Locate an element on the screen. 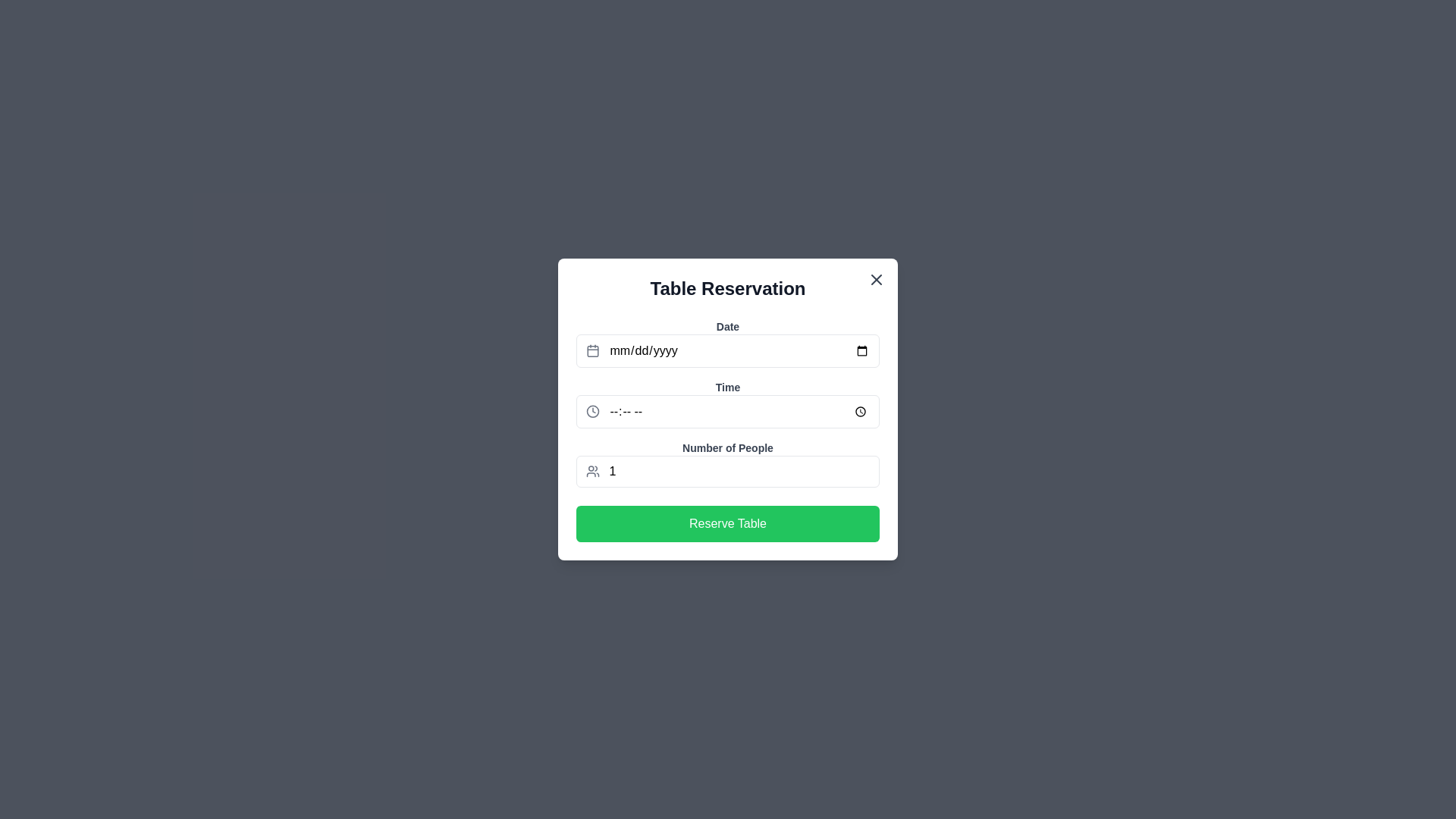 This screenshot has width=1456, height=819. the calendar icon located at the top-left corner of the 'Date' field in the 'Table Reservation' form is located at coordinates (592, 350).